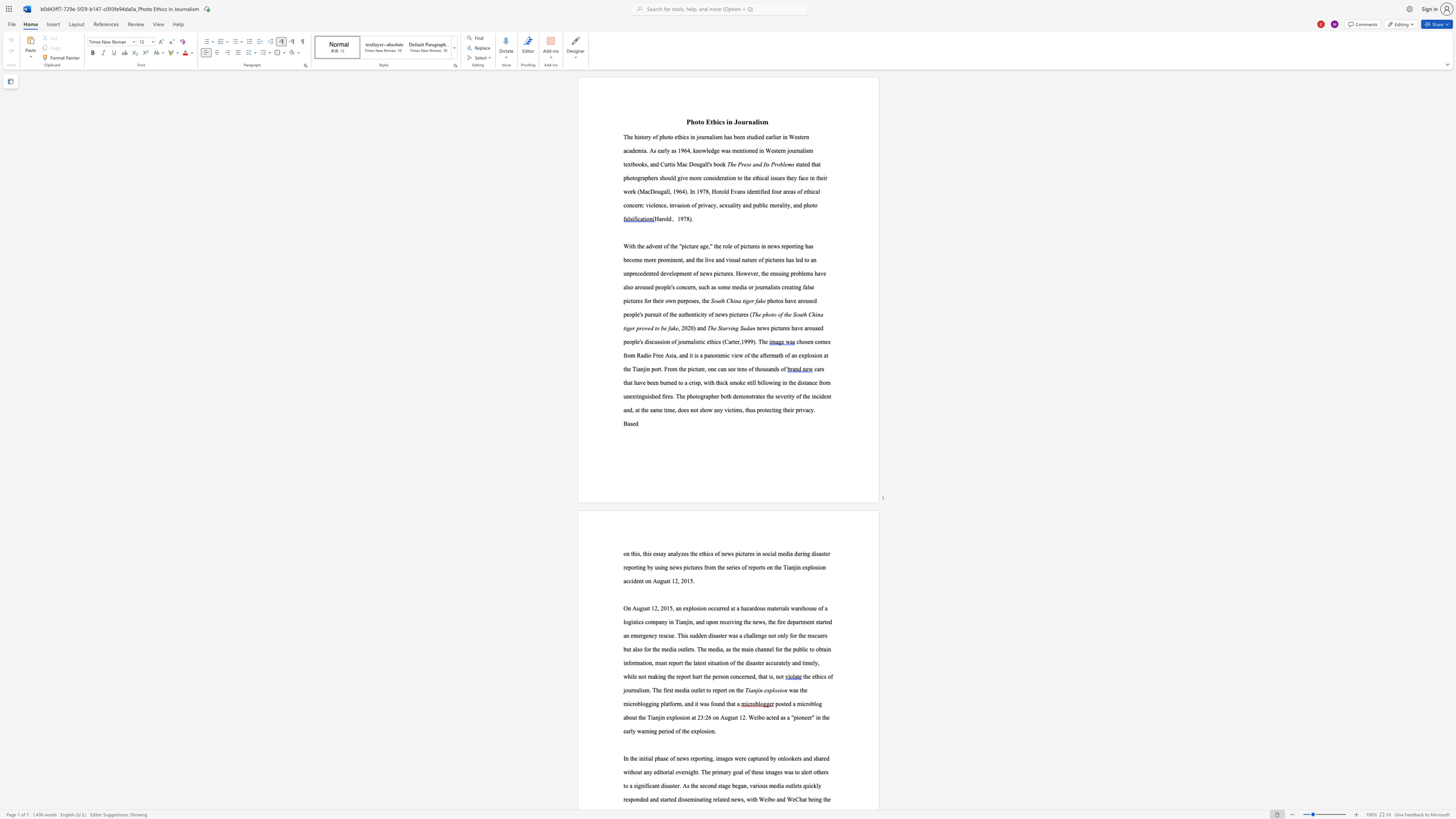  I want to click on the 7th character "n" in the text, so click(798, 205).